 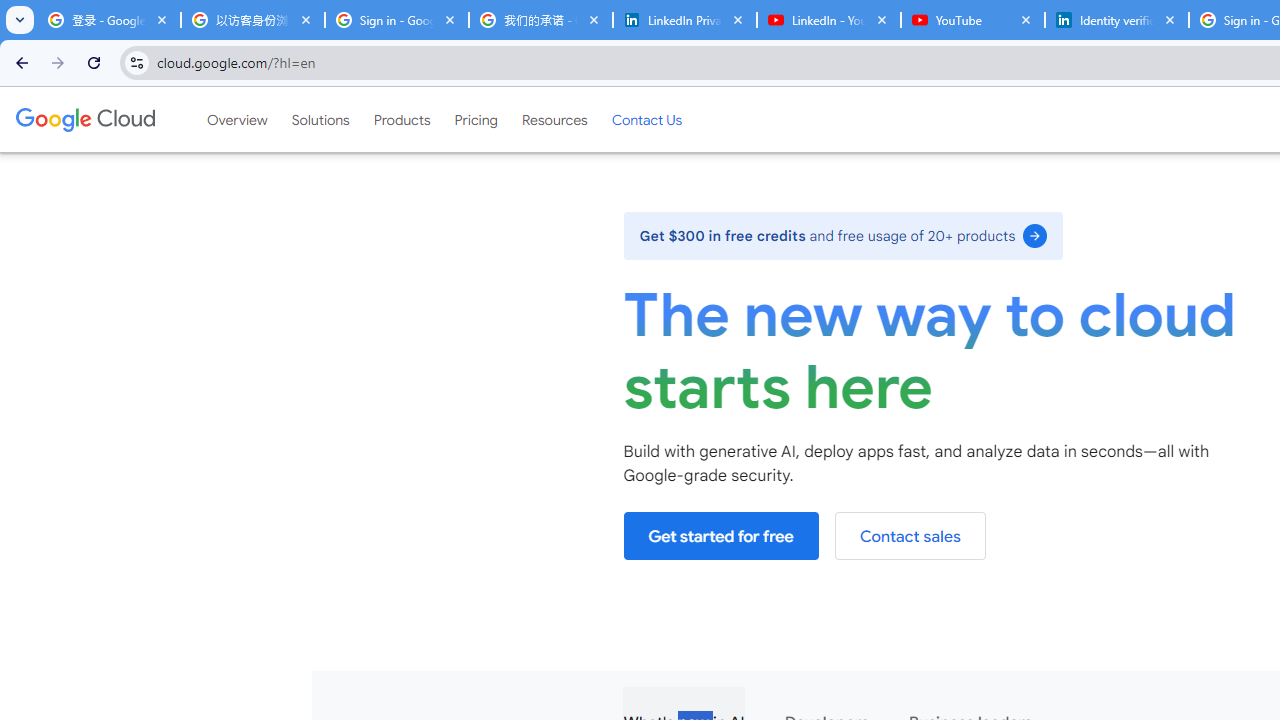 What do you see at coordinates (720, 535) in the screenshot?
I see `'Get started for free'` at bounding box center [720, 535].